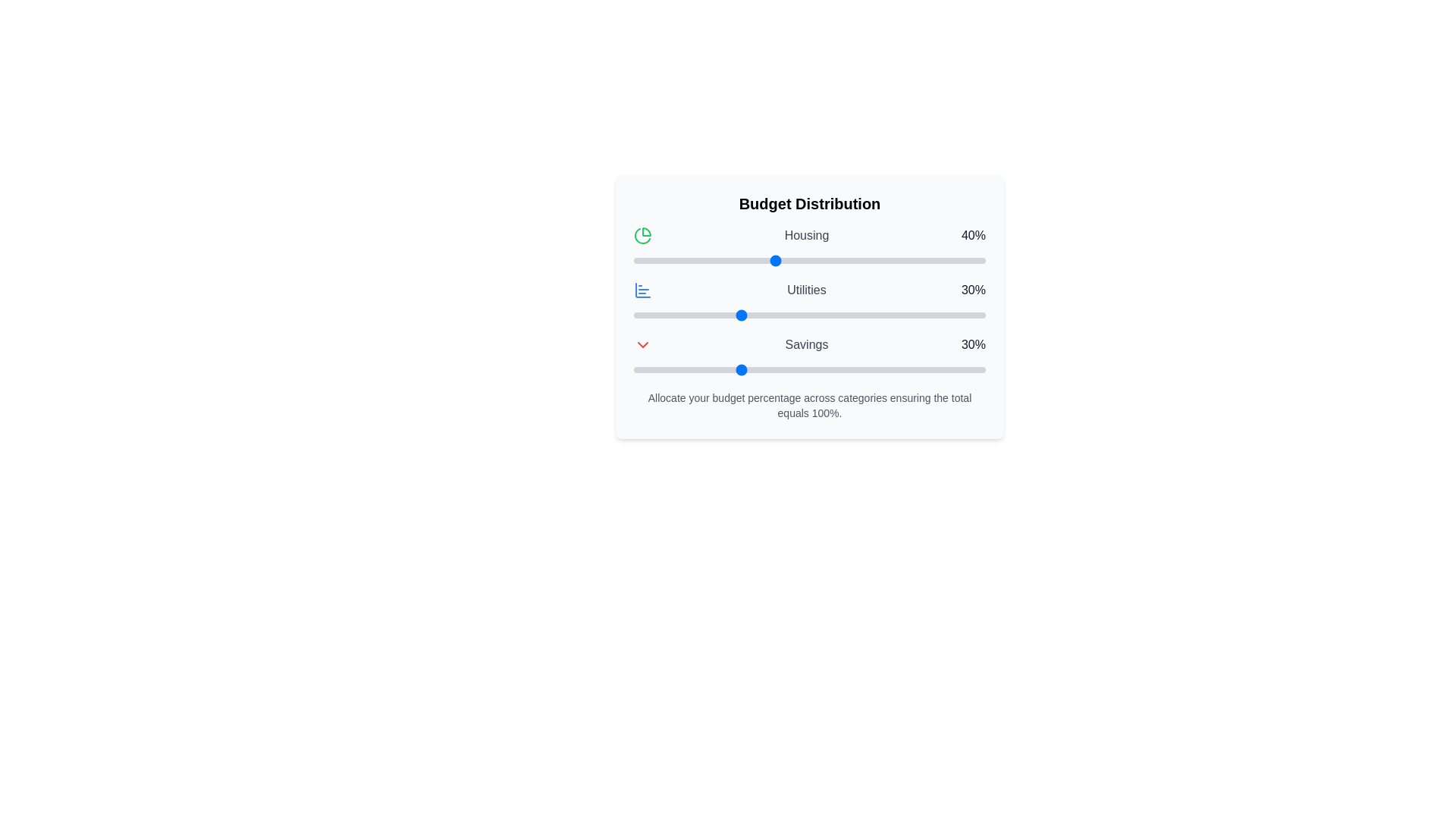  Describe the element at coordinates (781, 259) in the screenshot. I see `the Housing percentage slider` at that location.